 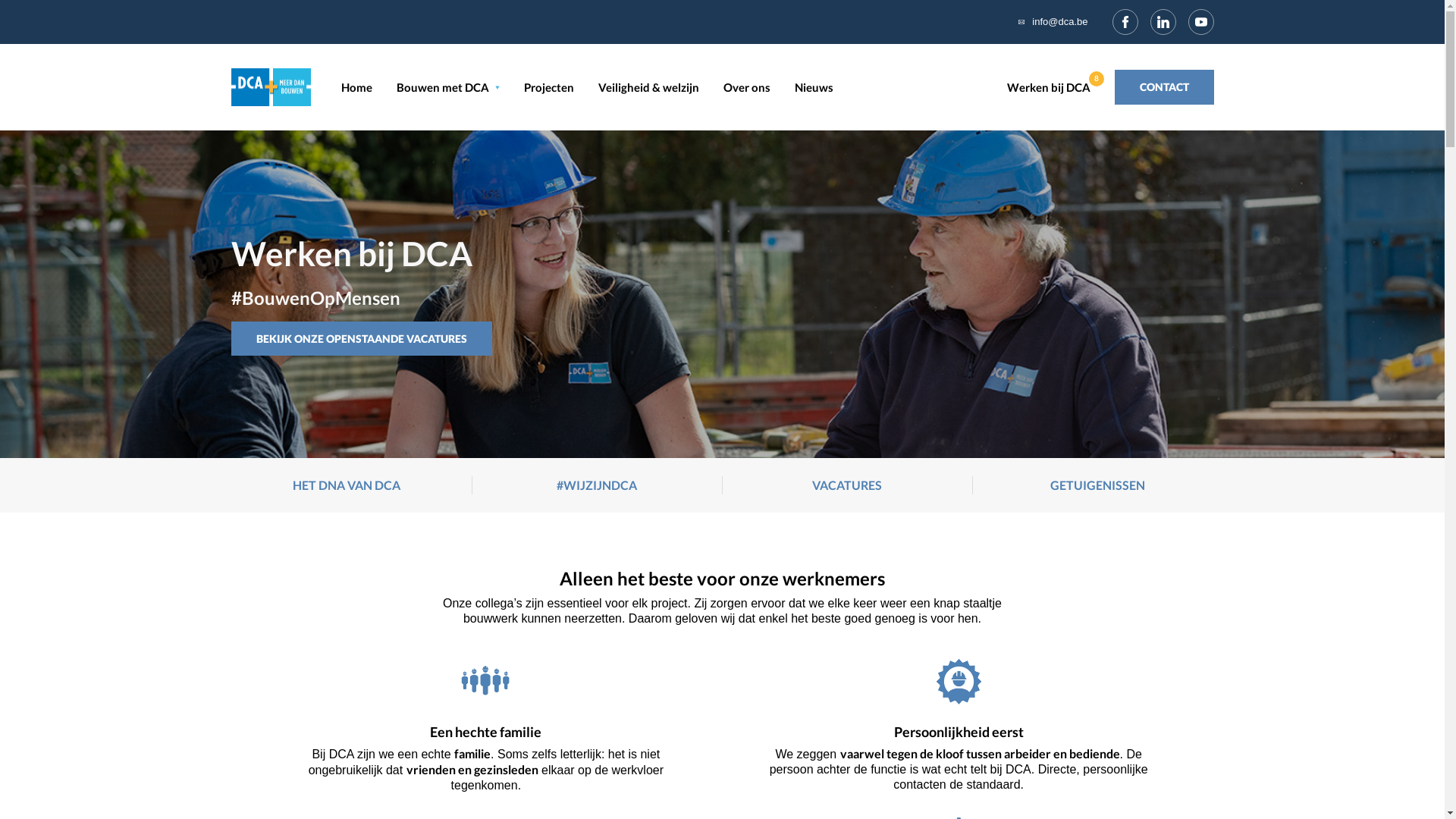 What do you see at coordinates (1059, 22) in the screenshot?
I see `'info@dca.be'` at bounding box center [1059, 22].